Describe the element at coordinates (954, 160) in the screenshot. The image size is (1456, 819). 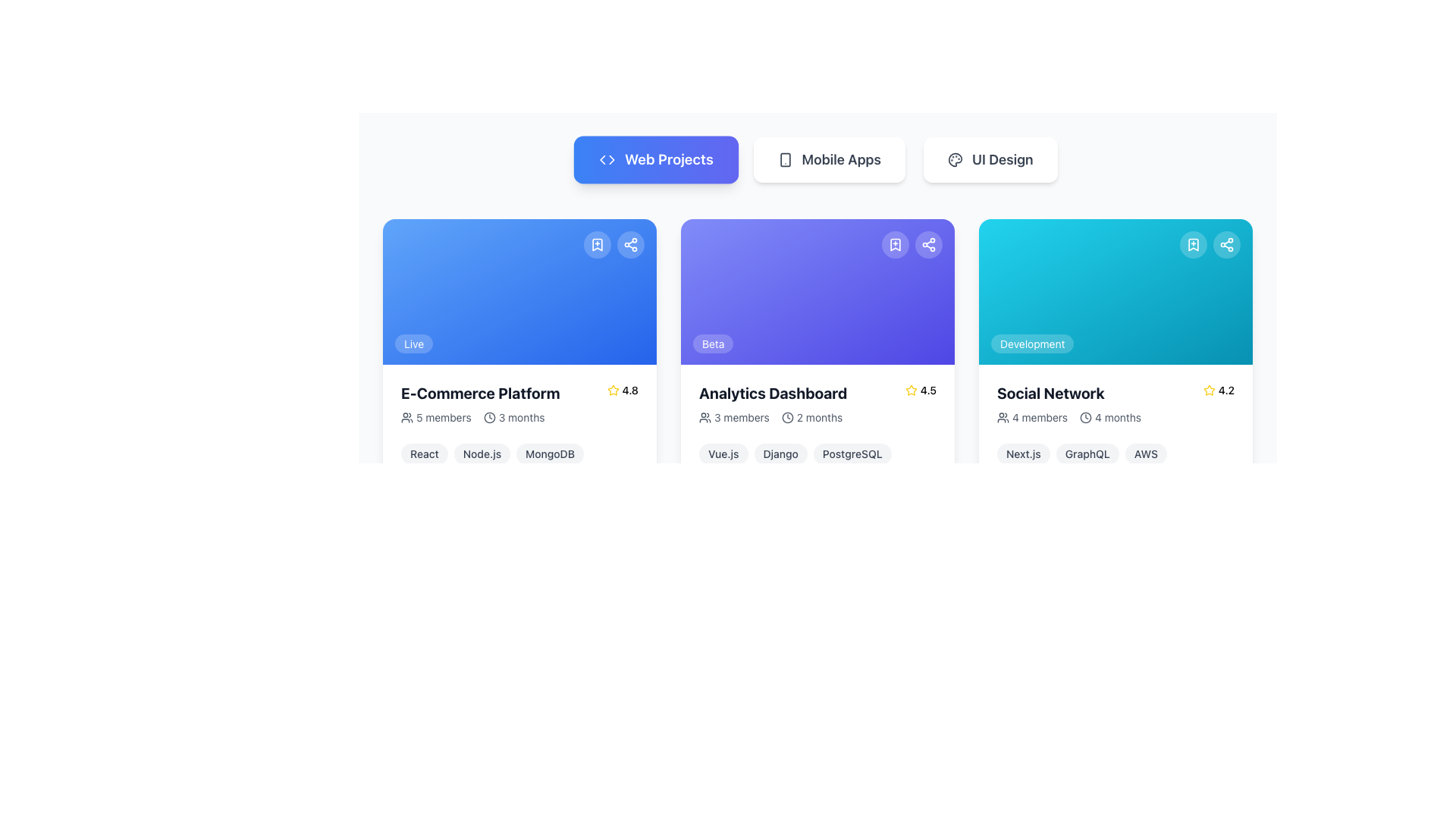
I see `the decorative paint palette icon located within the 'UI Design' button, which is positioned to the left of the text label` at that location.